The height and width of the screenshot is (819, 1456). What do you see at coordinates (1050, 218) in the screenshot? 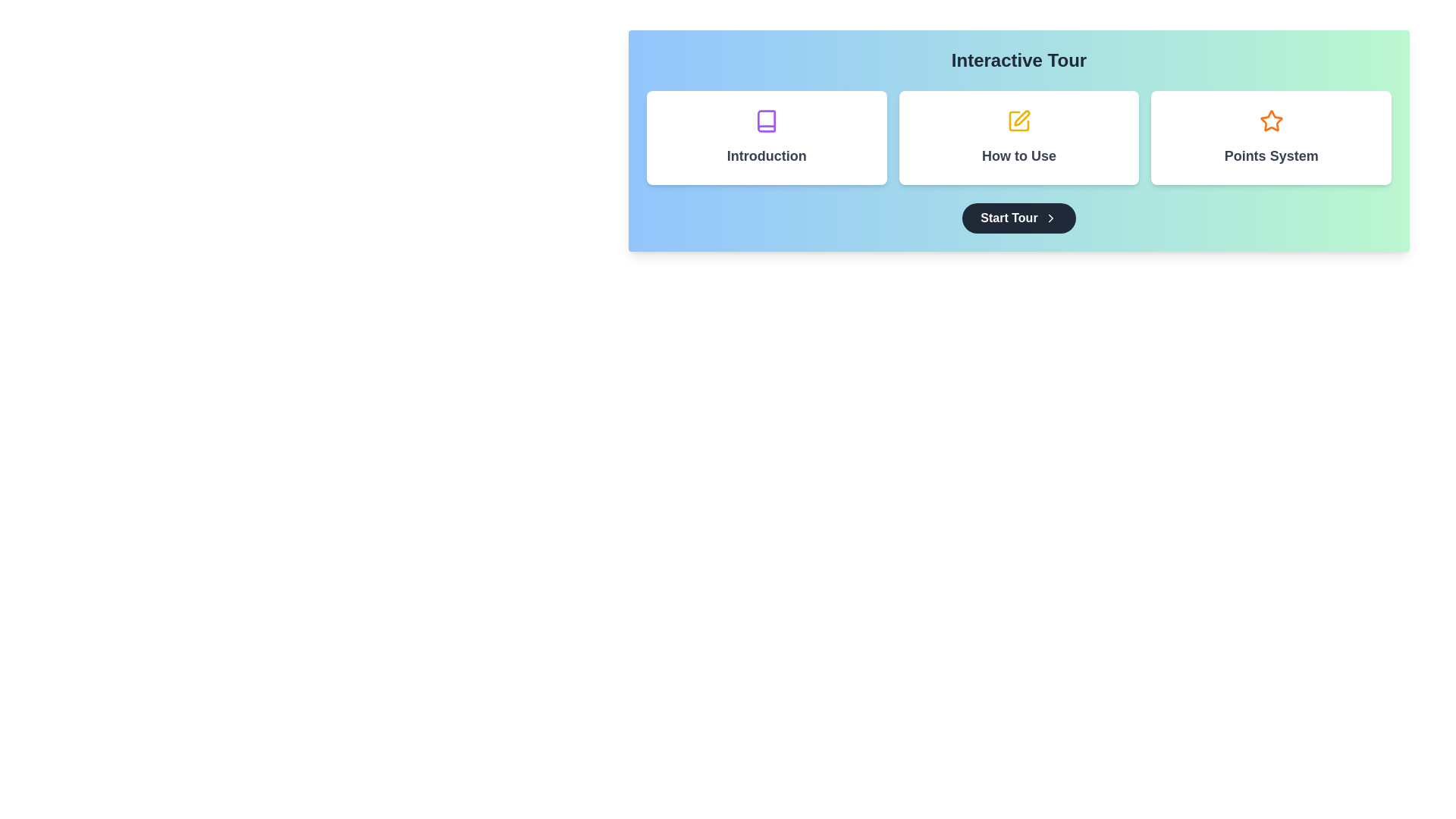
I see `the small right-pointing chevron icon located to the right of the 'Start Tour' label on the dark blue button to initiate an action` at bounding box center [1050, 218].